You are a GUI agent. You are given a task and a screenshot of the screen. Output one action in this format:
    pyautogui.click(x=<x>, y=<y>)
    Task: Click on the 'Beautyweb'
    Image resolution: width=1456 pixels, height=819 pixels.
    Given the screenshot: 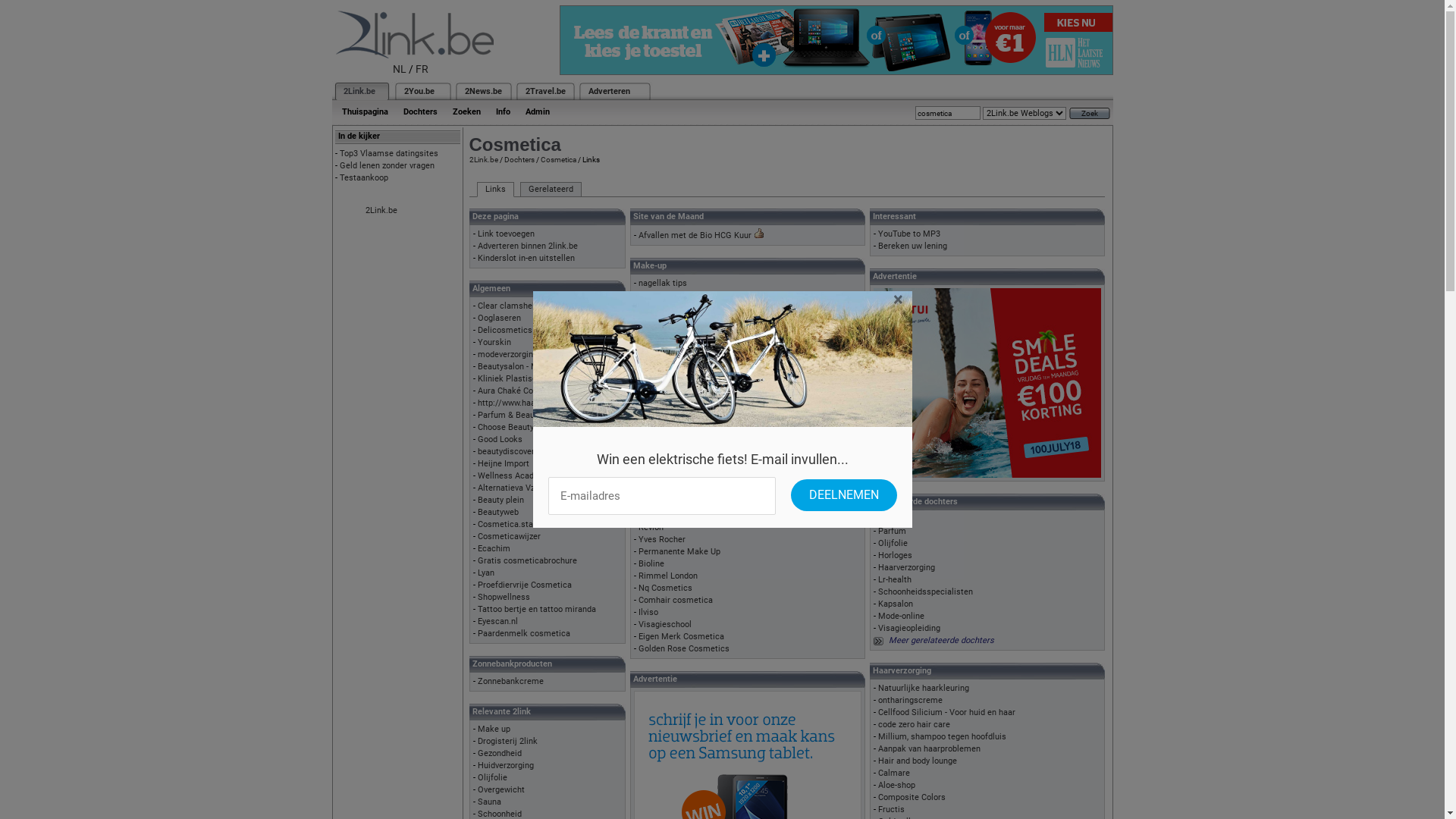 What is the action you would take?
    pyautogui.click(x=498, y=512)
    